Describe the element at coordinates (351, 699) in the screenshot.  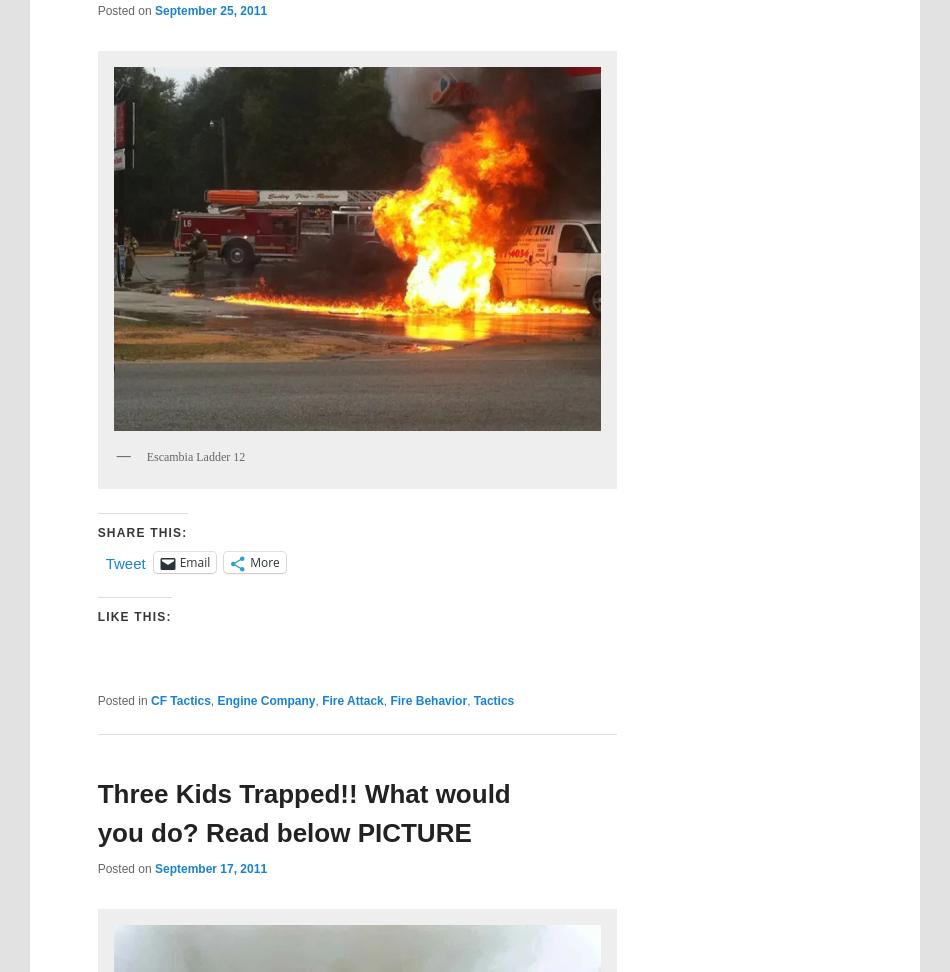
I see `'Fire Attack'` at that location.